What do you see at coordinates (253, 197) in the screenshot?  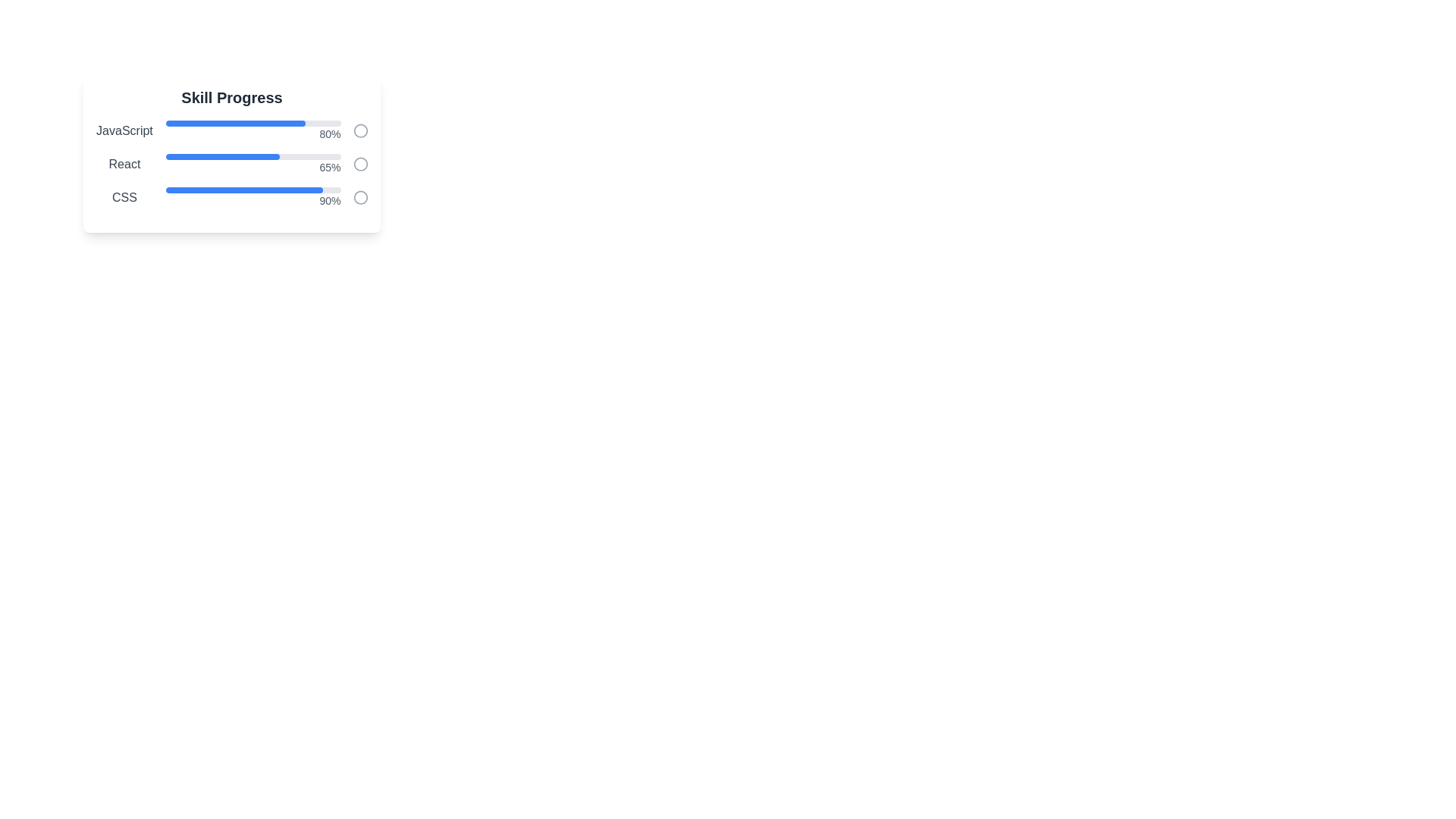 I see `the progress bar indicating '90%' completion in the 'Skill Progress' section to read the tooltip text` at bounding box center [253, 197].